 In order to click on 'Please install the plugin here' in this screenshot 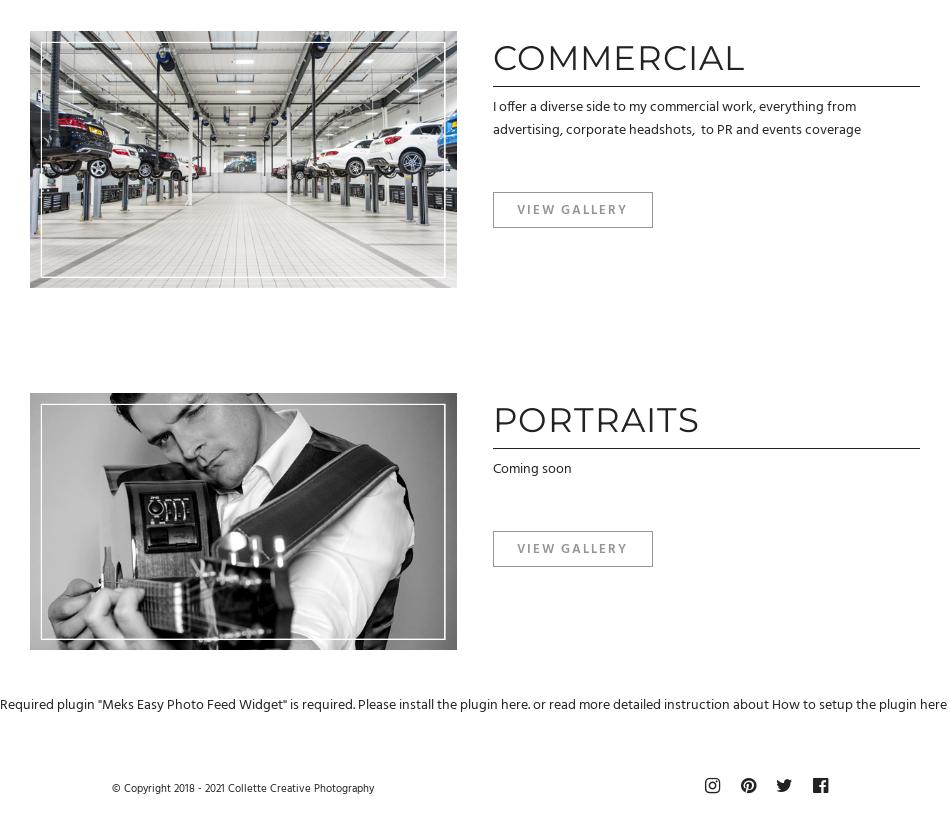, I will do `click(441, 705)`.